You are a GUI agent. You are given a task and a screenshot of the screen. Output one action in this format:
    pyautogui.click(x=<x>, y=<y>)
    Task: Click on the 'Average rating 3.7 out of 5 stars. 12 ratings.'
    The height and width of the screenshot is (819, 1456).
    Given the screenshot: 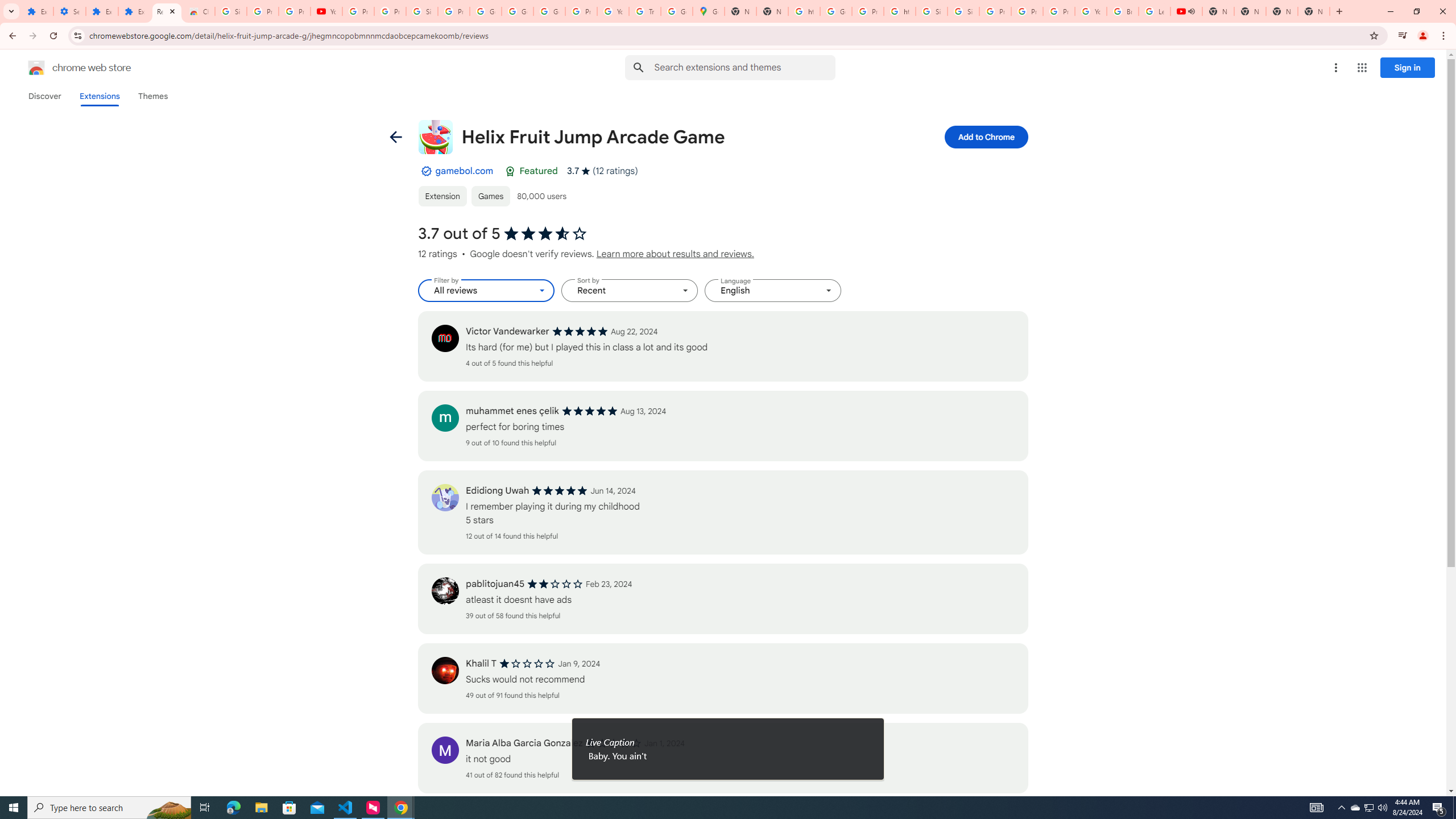 What is the action you would take?
    pyautogui.click(x=601, y=170)
    